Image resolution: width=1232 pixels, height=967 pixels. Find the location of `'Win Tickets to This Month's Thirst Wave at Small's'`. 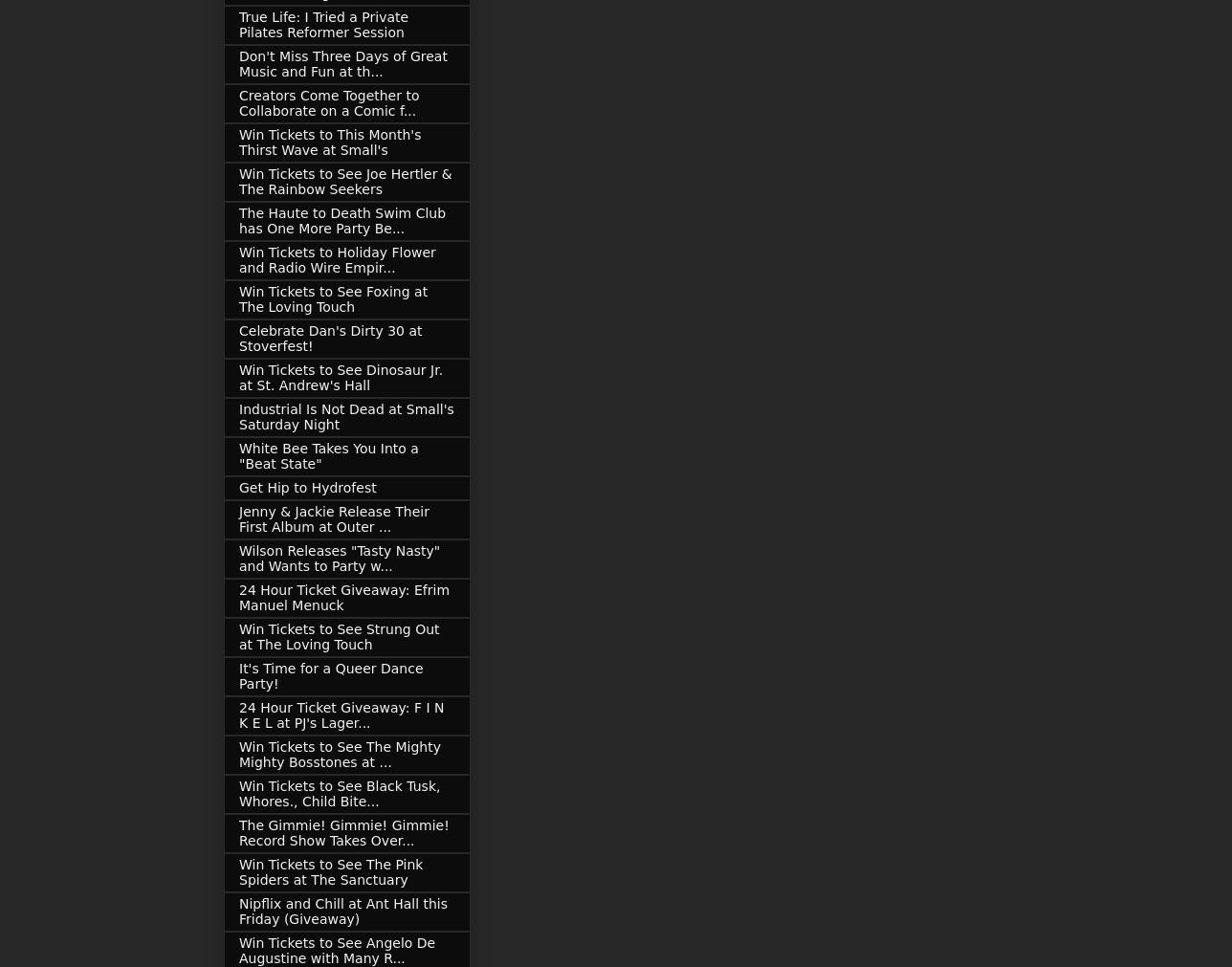

'Win Tickets to This Month's Thirst Wave at Small's' is located at coordinates (330, 142).